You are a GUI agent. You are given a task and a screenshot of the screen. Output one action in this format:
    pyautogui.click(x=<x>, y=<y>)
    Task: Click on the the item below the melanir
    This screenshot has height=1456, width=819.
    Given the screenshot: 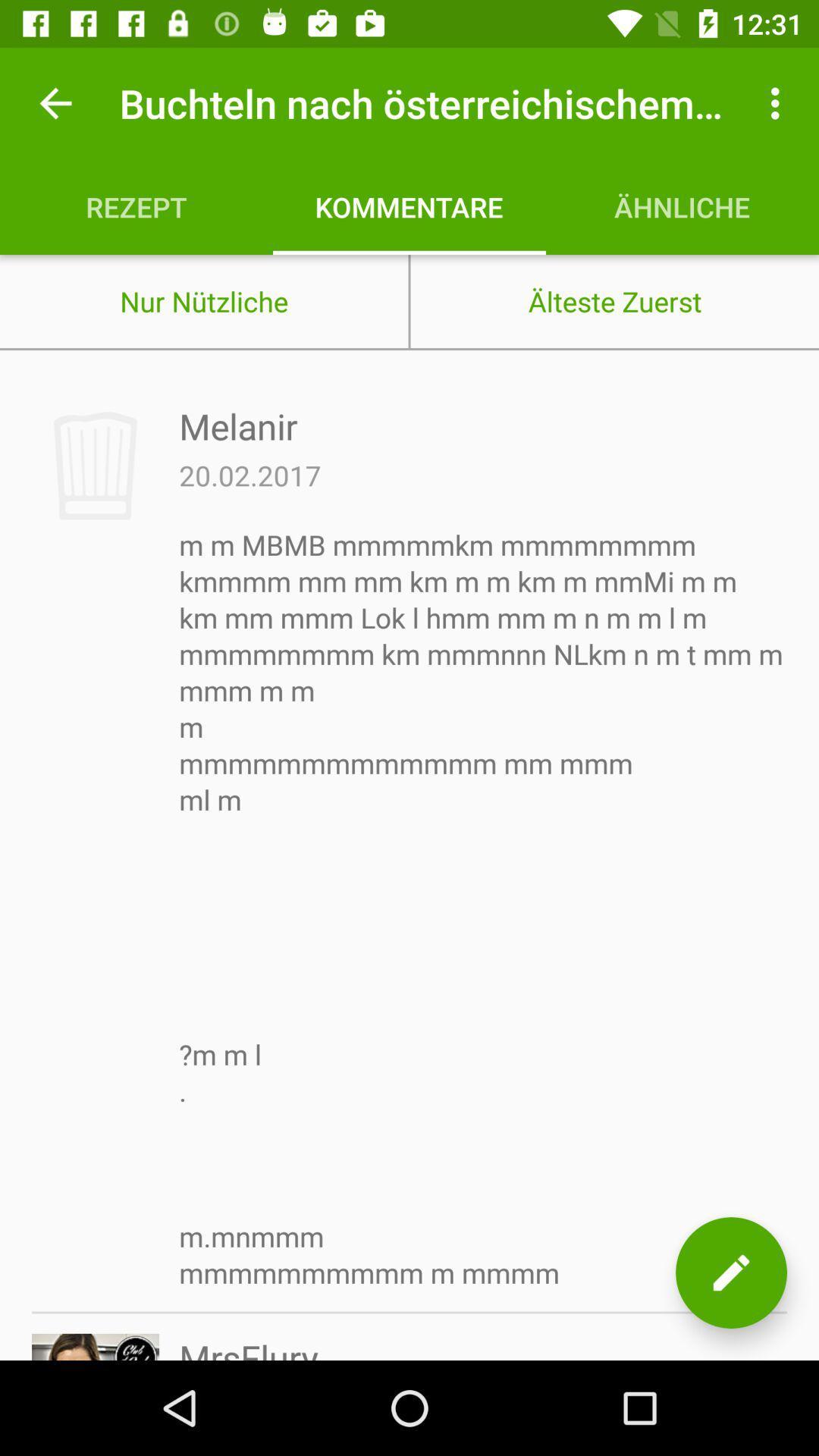 What is the action you would take?
    pyautogui.click(x=249, y=475)
    